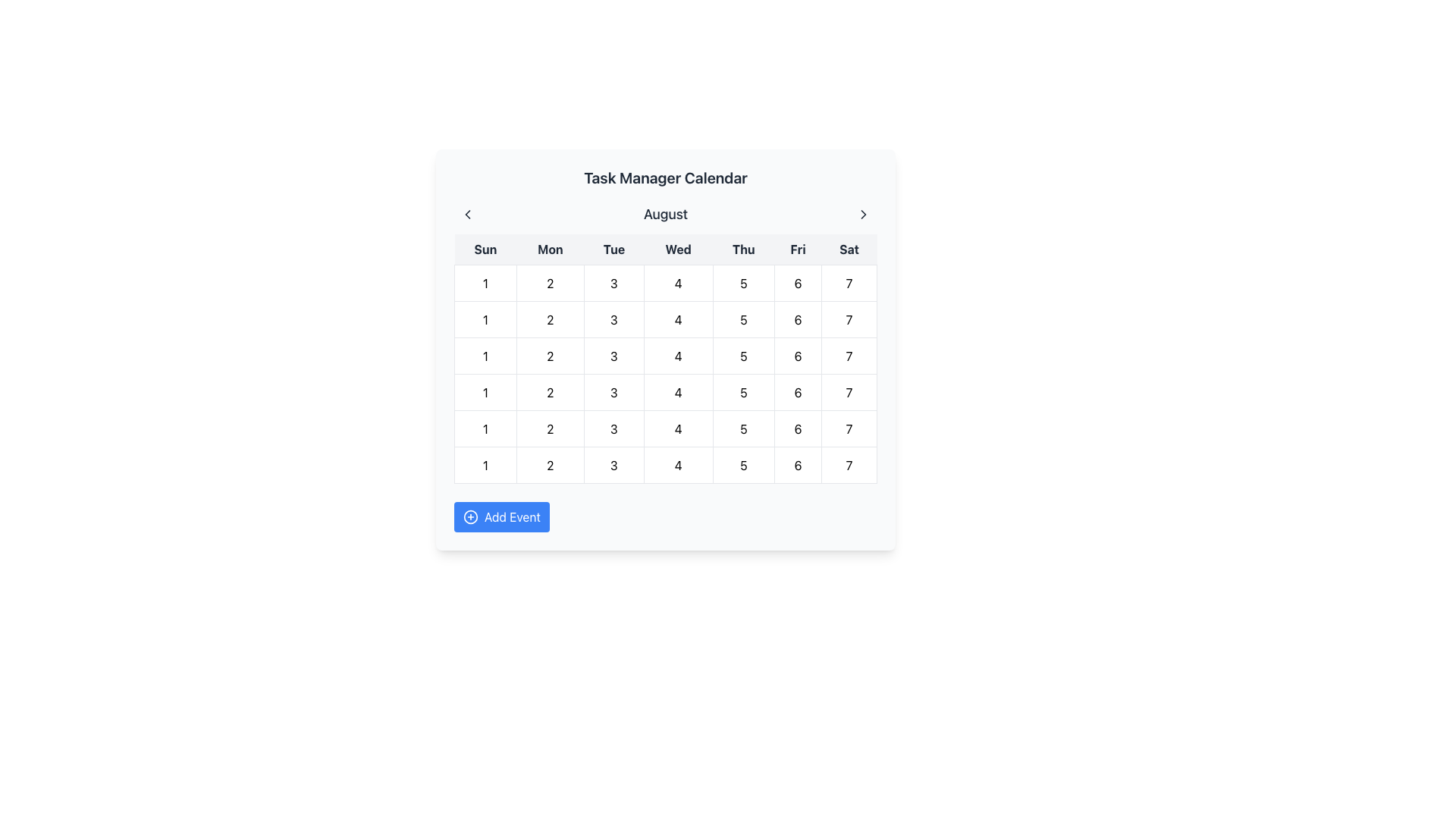 The width and height of the screenshot is (1456, 819). Describe the element at coordinates (797, 283) in the screenshot. I see `the calendar date cell representing the day 6 (Friday)` at that location.